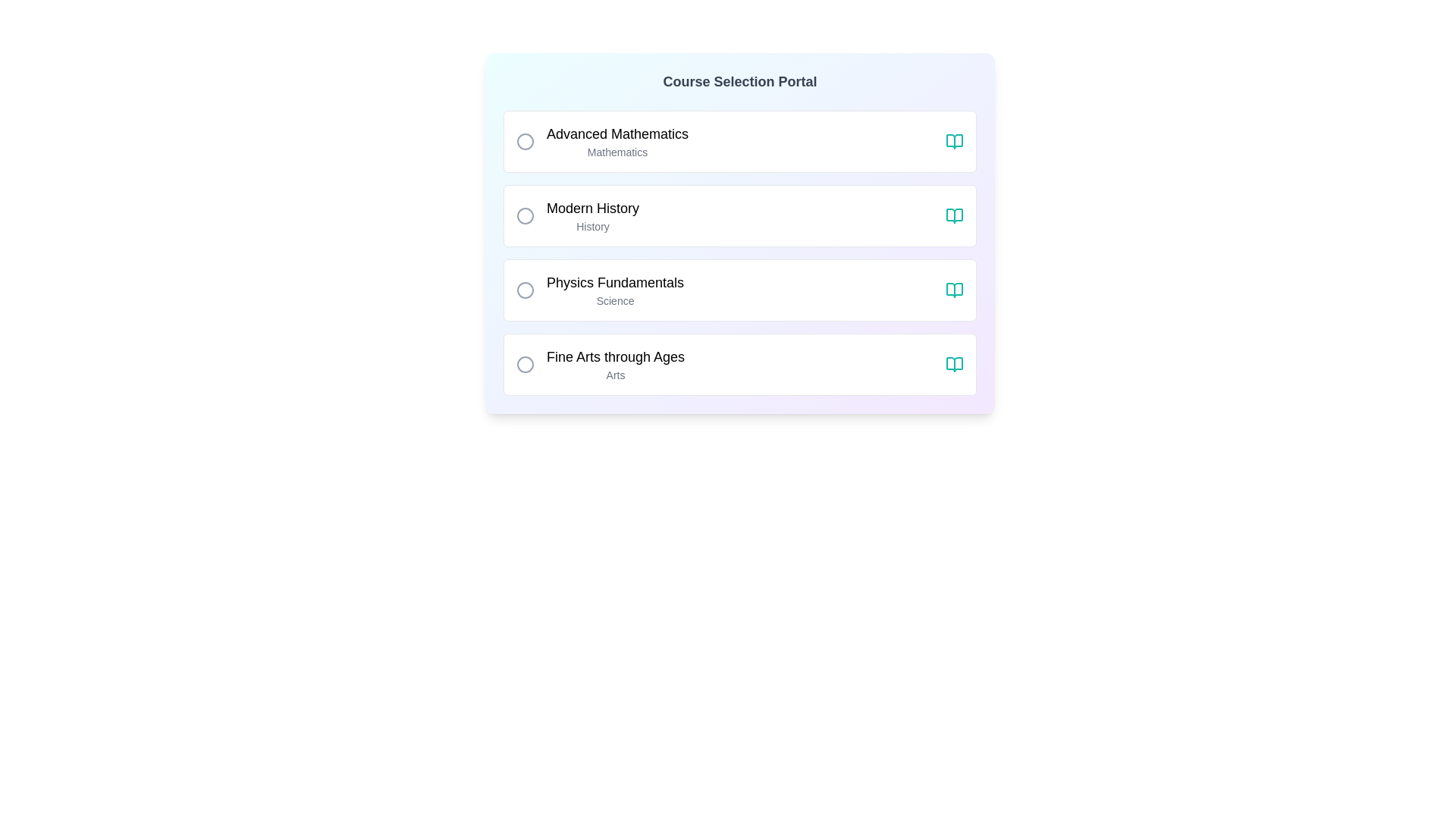 Image resolution: width=1456 pixels, height=819 pixels. Describe the element at coordinates (739, 290) in the screenshot. I see `the selectable list item with the title 'Physics Fundamentals' in the 'Course Selection Portal'` at that location.